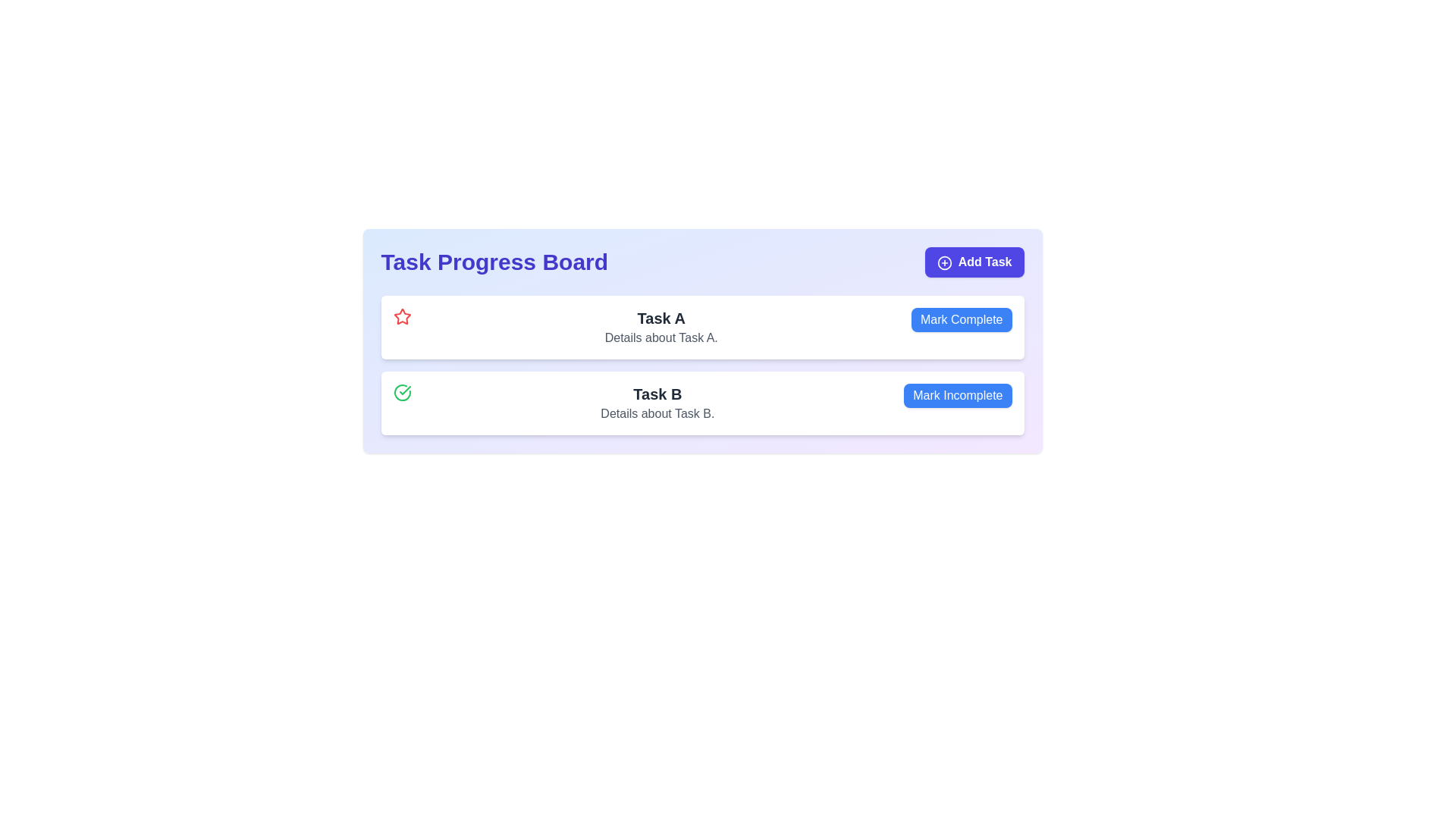 This screenshot has width=1456, height=819. What do you see at coordinates (657, 414) in the screenshot?
I see `the static text label providing details for the task labeled 'Task B', located within its task card below the main task title` at bounding box center [657, 414].